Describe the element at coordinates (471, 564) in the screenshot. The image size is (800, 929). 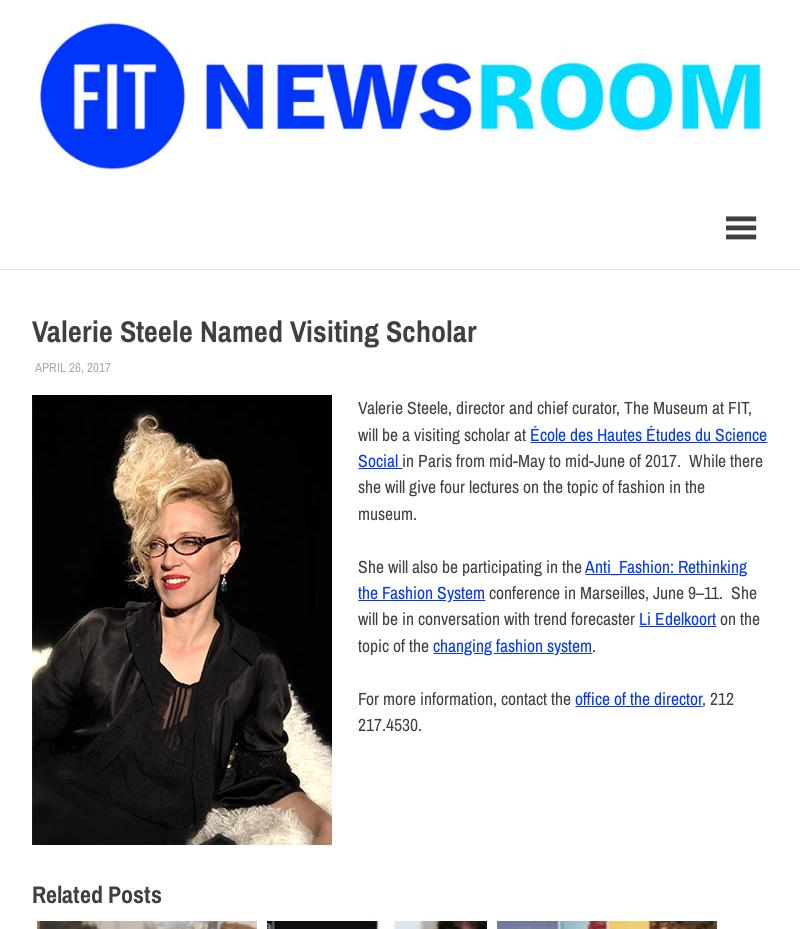
I see `'She will also be participating in the'` at that location.